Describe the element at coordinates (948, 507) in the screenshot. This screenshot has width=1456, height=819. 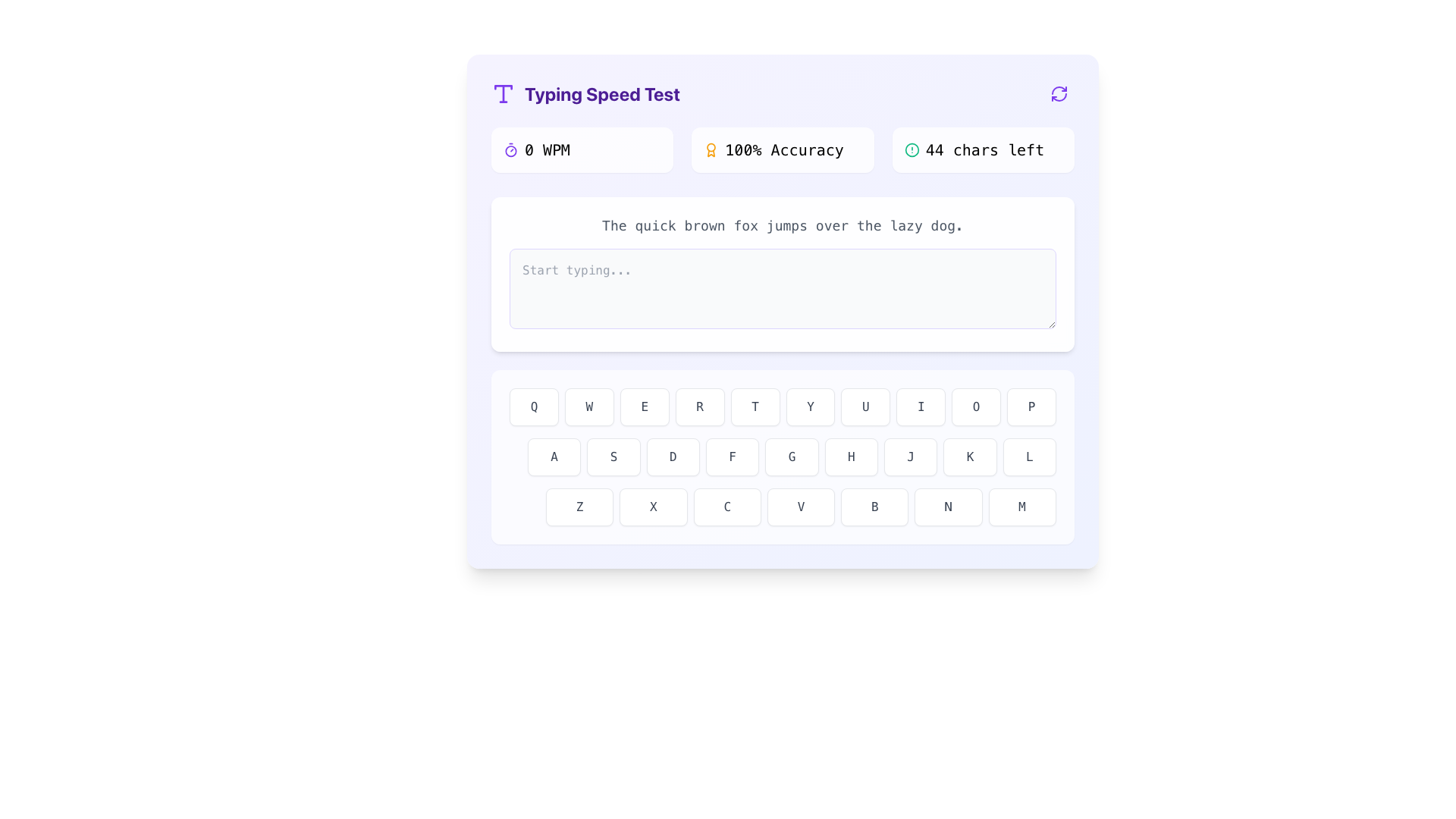
I see `the virtual key labeled 'N' on the digital keyboard to input the letter 'N'` at that location.